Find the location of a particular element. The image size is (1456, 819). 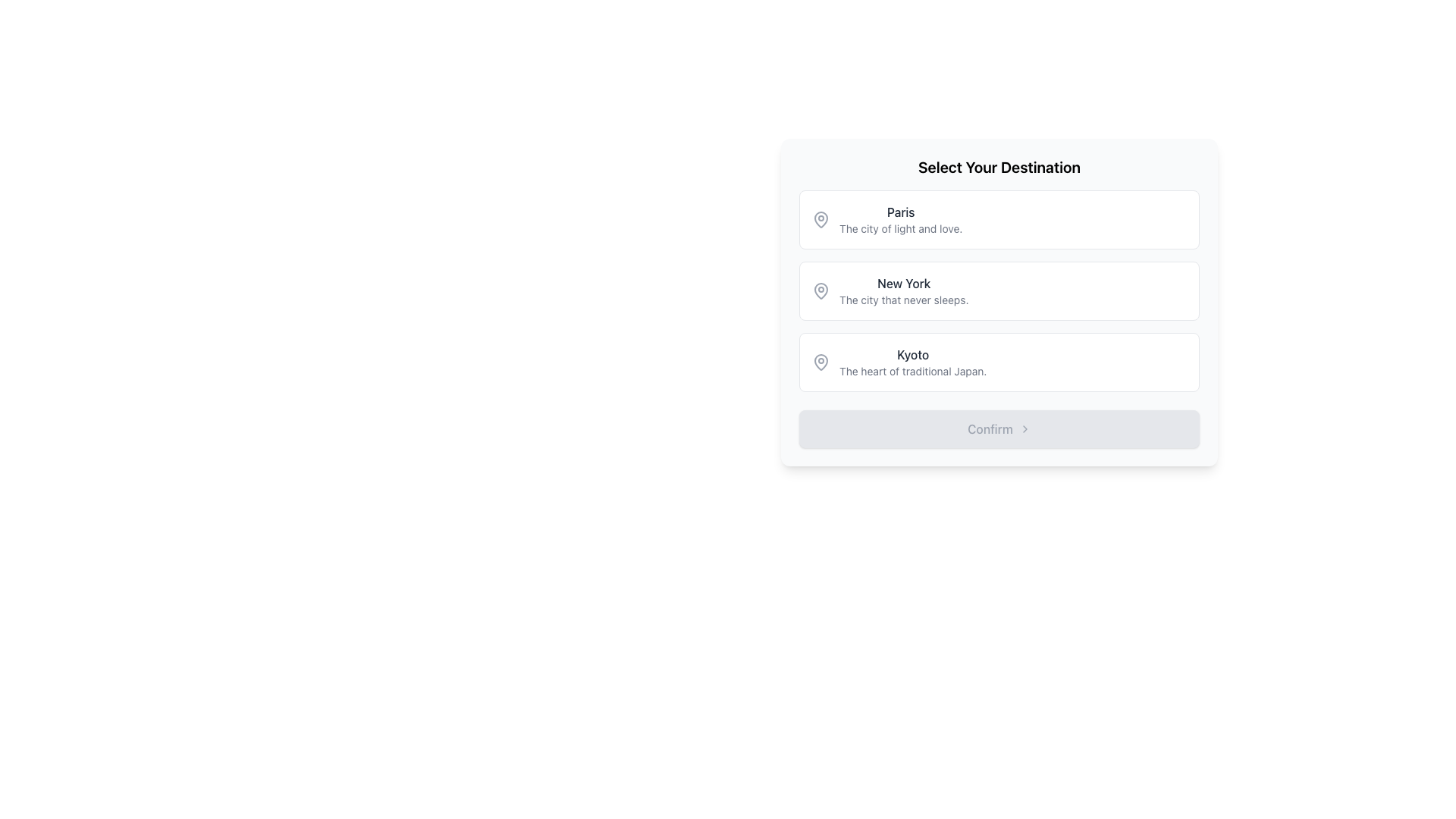

the text label displaying 'New York', which is the second item in a vertical list of city names in the 'Select Your Destination' section is located at coordinates (904, 284).